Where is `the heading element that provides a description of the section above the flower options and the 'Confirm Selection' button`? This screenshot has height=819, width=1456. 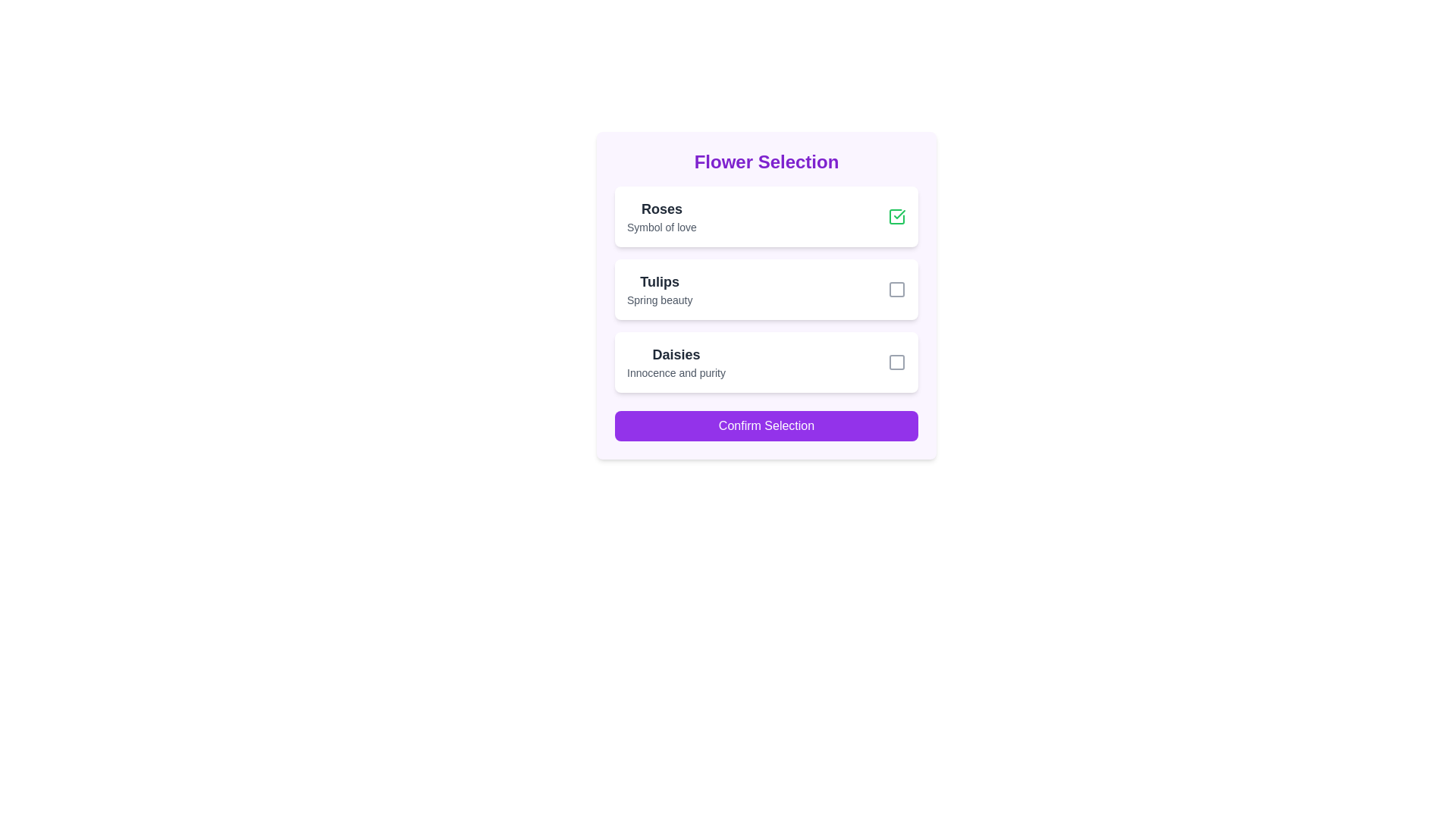
the heading element that provides a description of the section above the flower options and the 'Confirm Selection' button is located at coordinates (767, 162).